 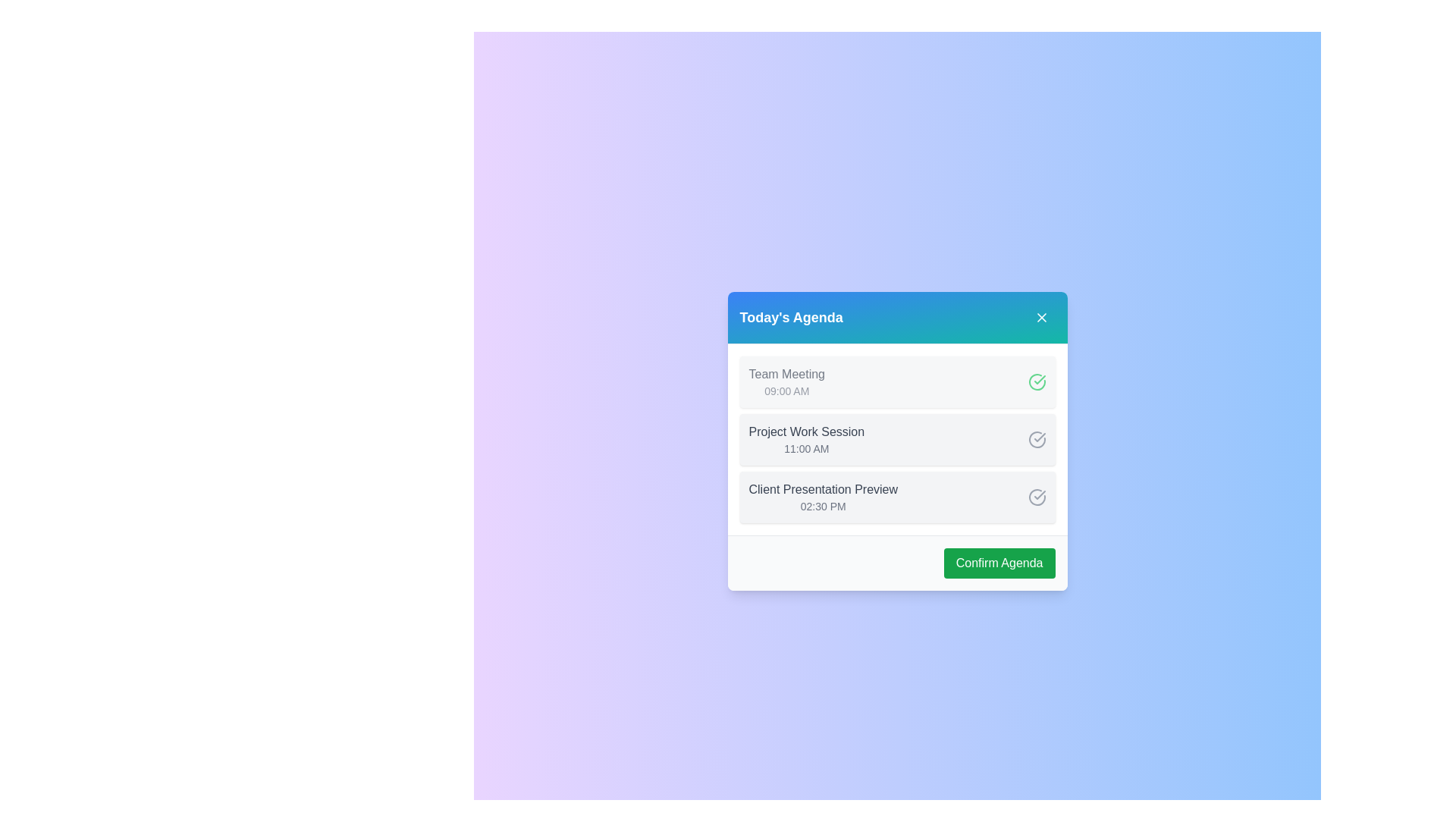 I want to click on the 'X' button in the header to close the dialog, so click(x=1040, y=317).